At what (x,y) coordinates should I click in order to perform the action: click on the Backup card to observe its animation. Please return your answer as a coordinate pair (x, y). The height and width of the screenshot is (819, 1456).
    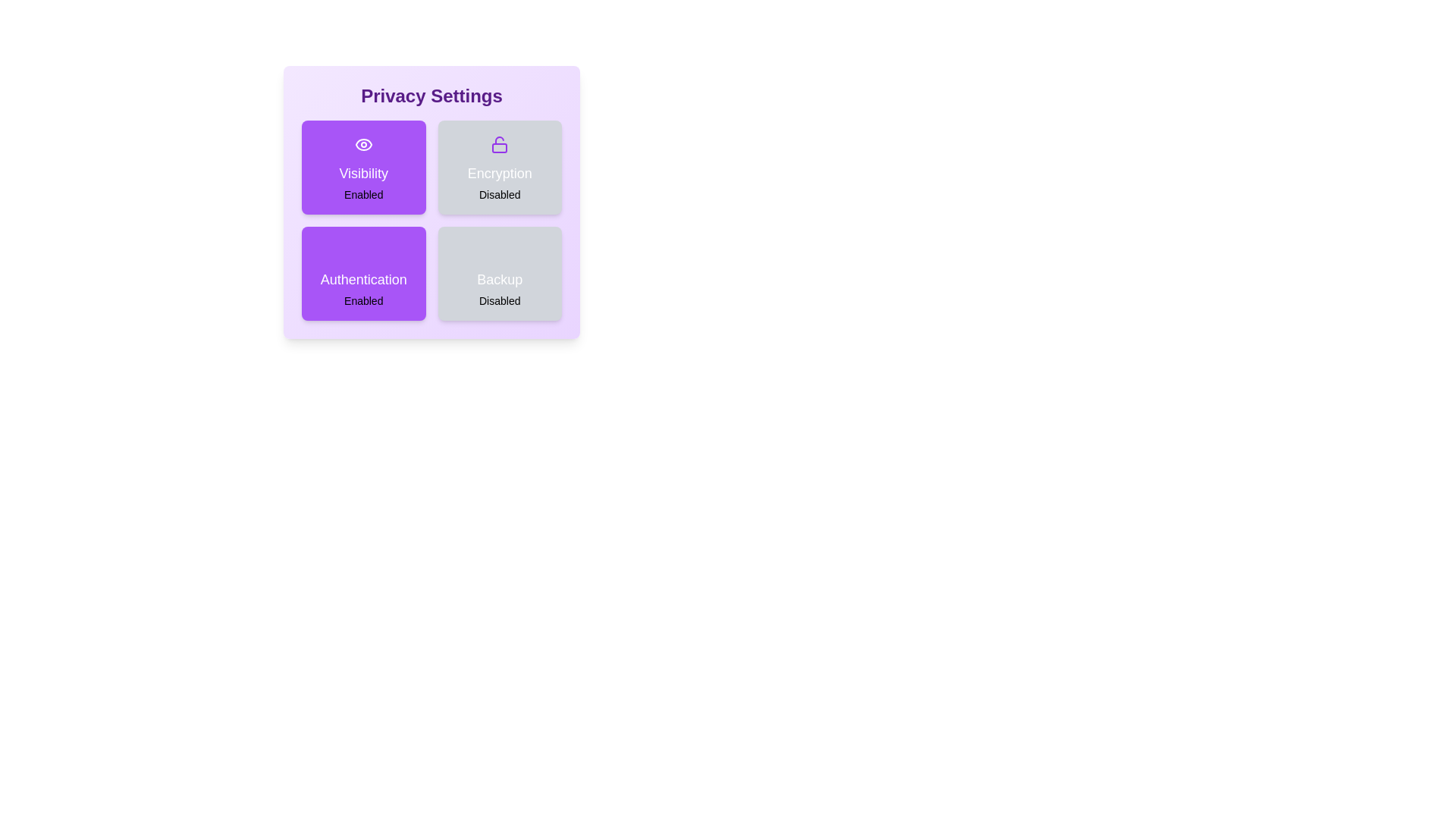
    Looking at the image, I should click on (500, 274).